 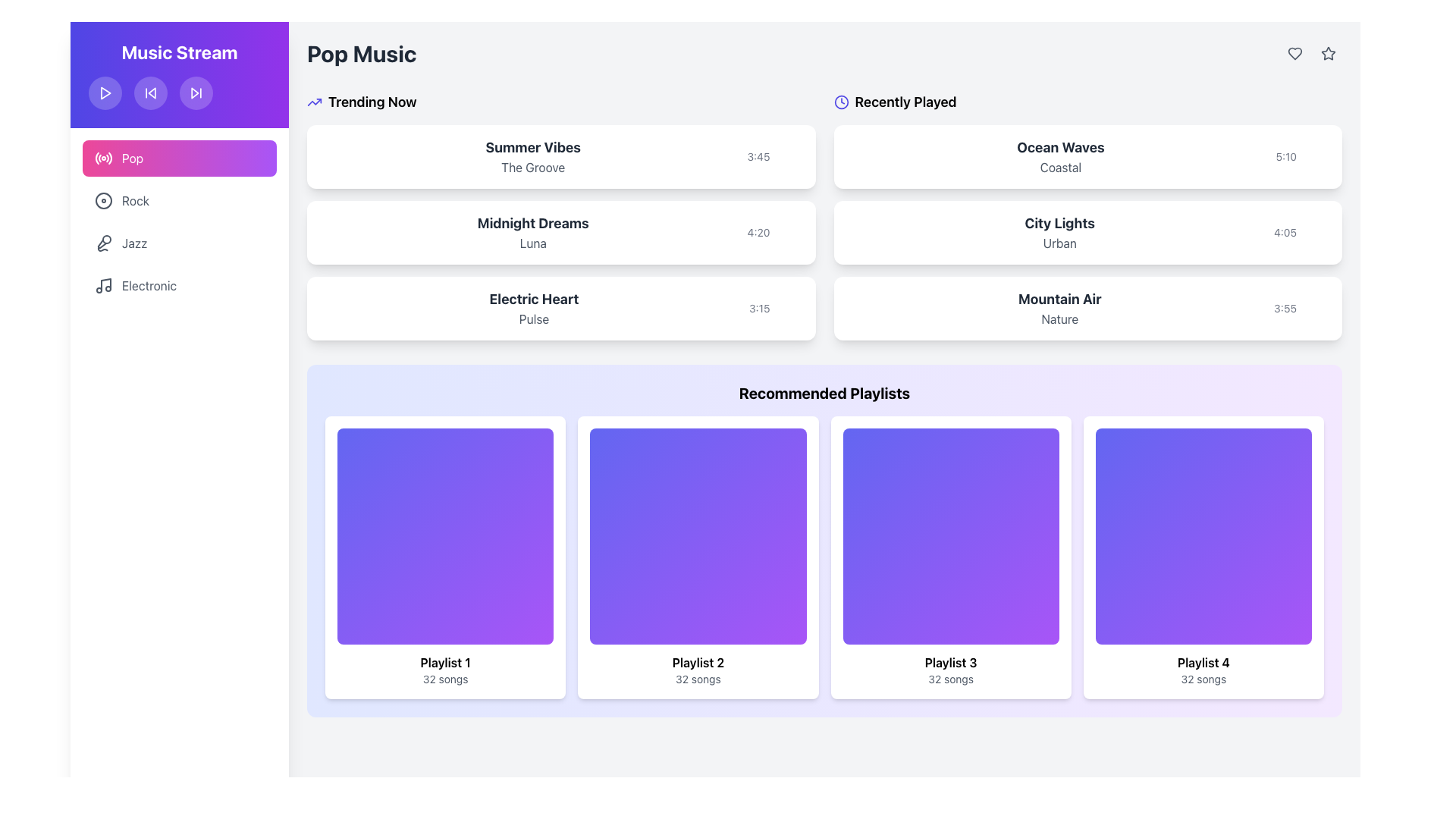 What do you see at coordinates (533, 167) in the screenshot?
I see `the static text label indicating additional information or a subtitle related to 'Summer Vibes', located below the title in the 'Trending Now' panel` at bounding box center [533, 167].